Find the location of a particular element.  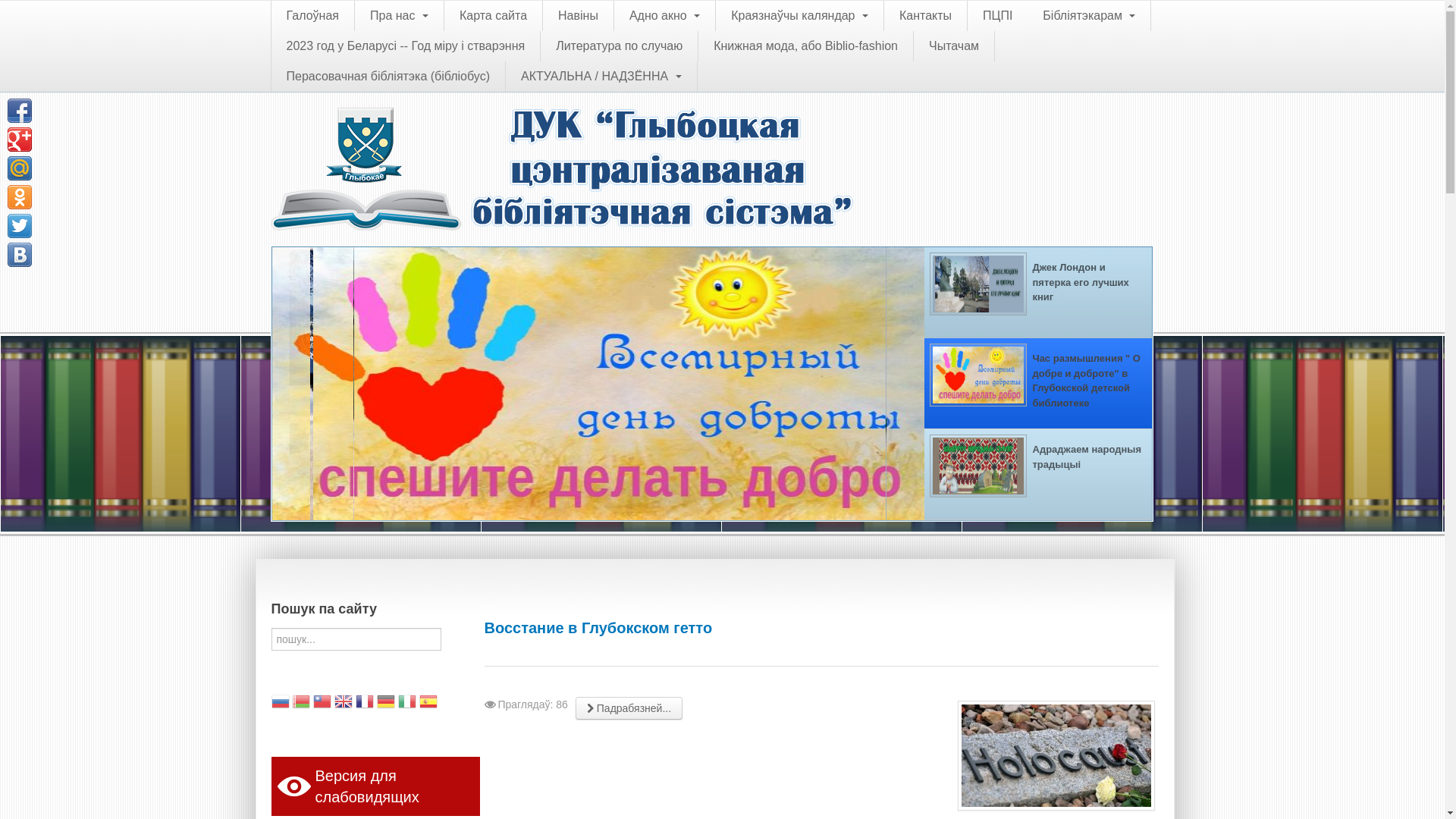

'Chinese (Traditional)' is located at coordinates (312, 703).